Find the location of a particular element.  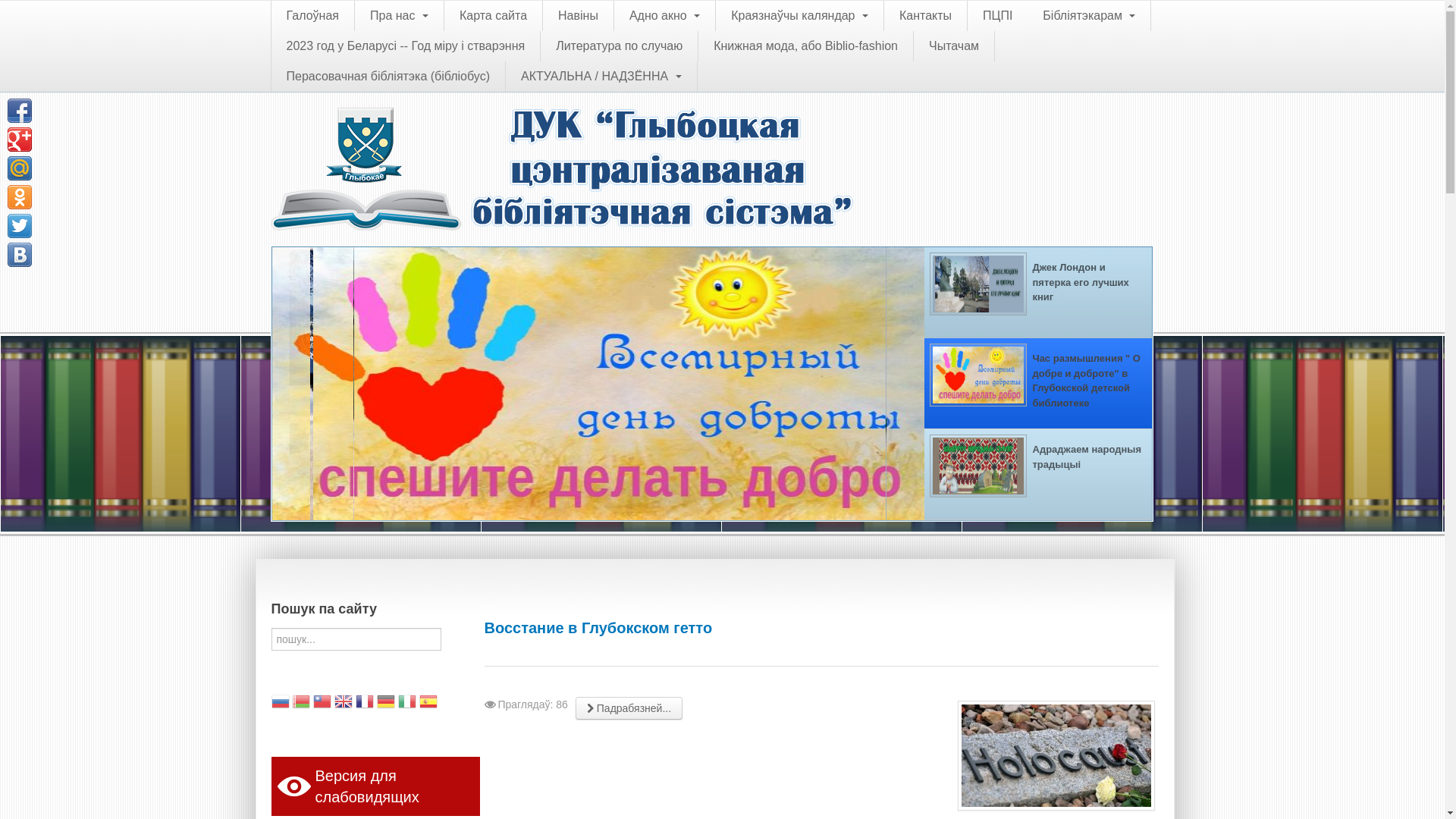

'Chinese (Traditional)' is located at coordinates (312, 703).